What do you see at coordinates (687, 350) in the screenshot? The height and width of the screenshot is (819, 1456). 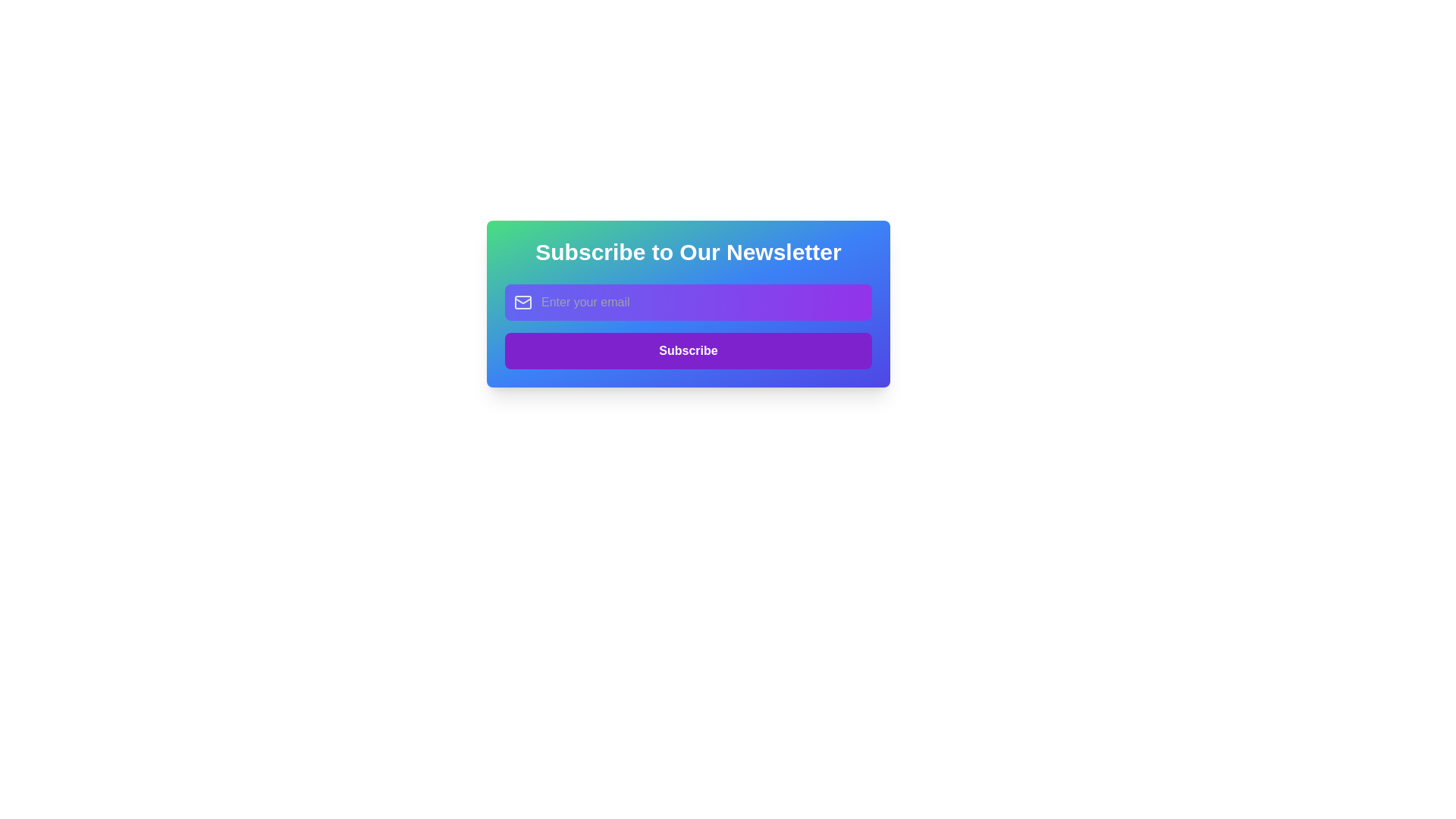 I see `the newsletter subscription button located at the bottom of the subscription box, directly beneath the email input field` at bounding box center [687, 350].